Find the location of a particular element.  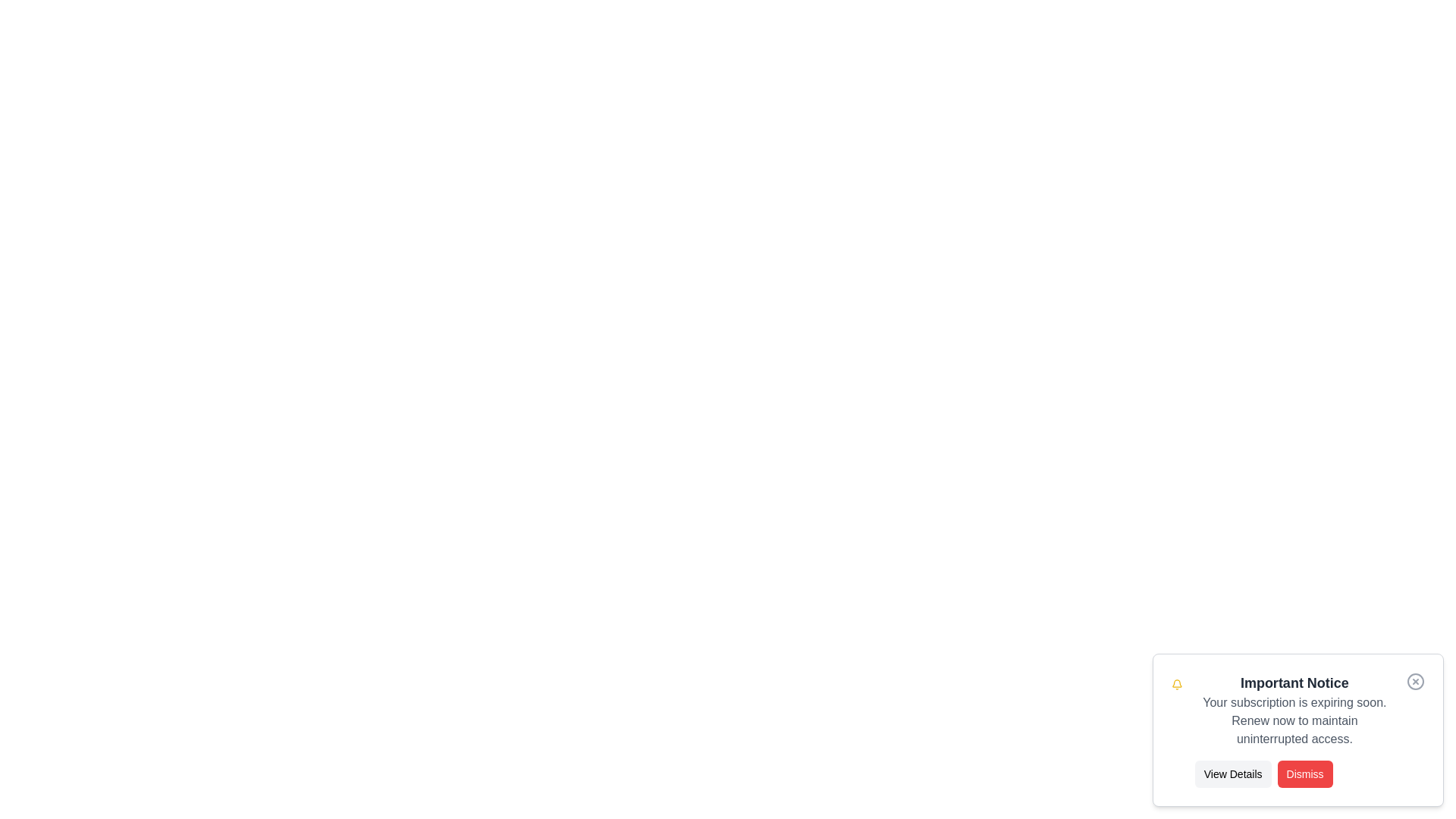

the notification message that informs the user about the impending expiration of their subscription, located below the 'Important Notice' heading and above the 'View Details' and 'Dismiss' buttons is located at coordinates (1294, 720).